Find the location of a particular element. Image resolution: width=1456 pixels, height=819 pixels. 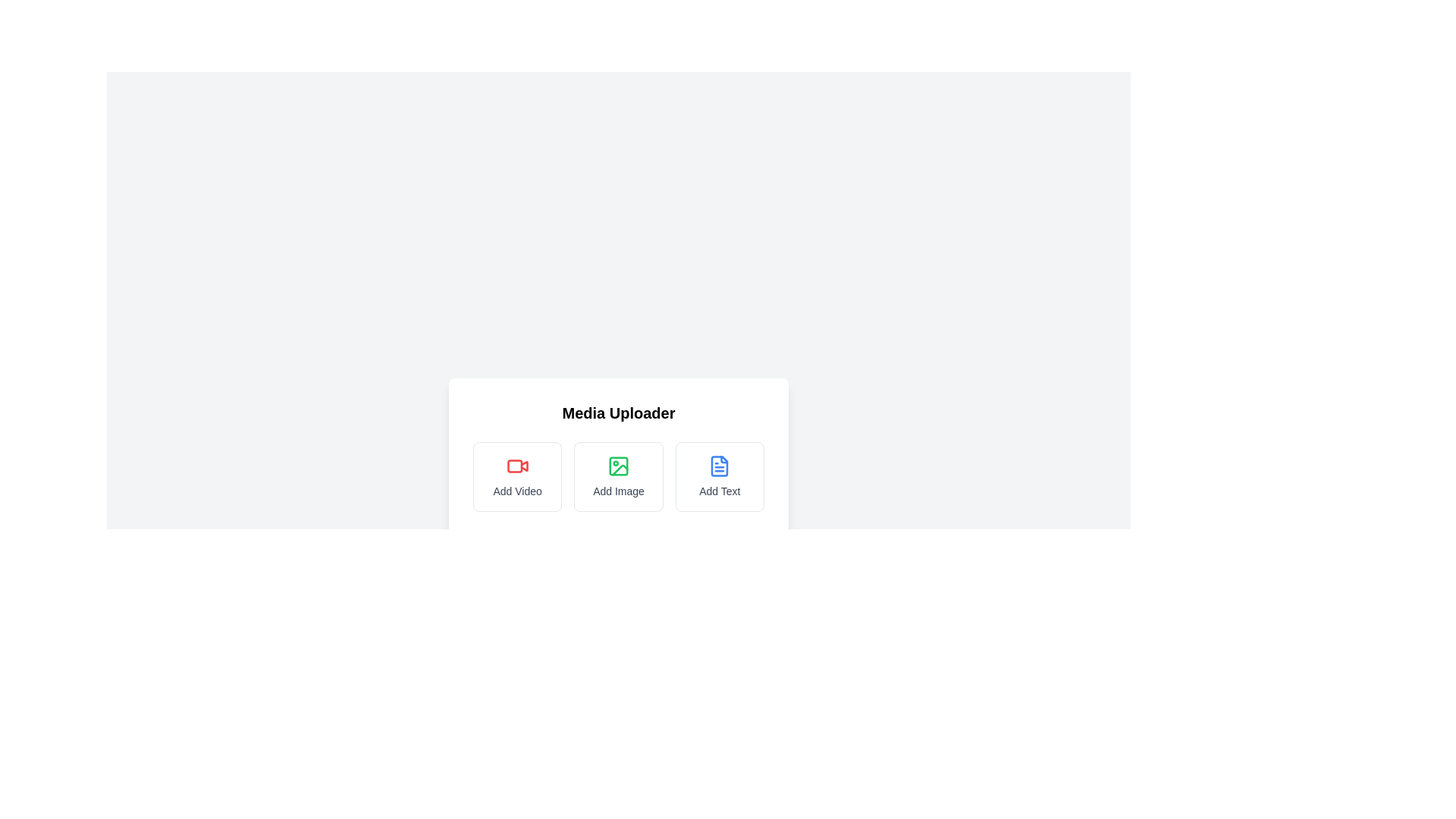

the middle button that allows users to upload or add an image for keyboard navigation is located at coordinates (619, 475).